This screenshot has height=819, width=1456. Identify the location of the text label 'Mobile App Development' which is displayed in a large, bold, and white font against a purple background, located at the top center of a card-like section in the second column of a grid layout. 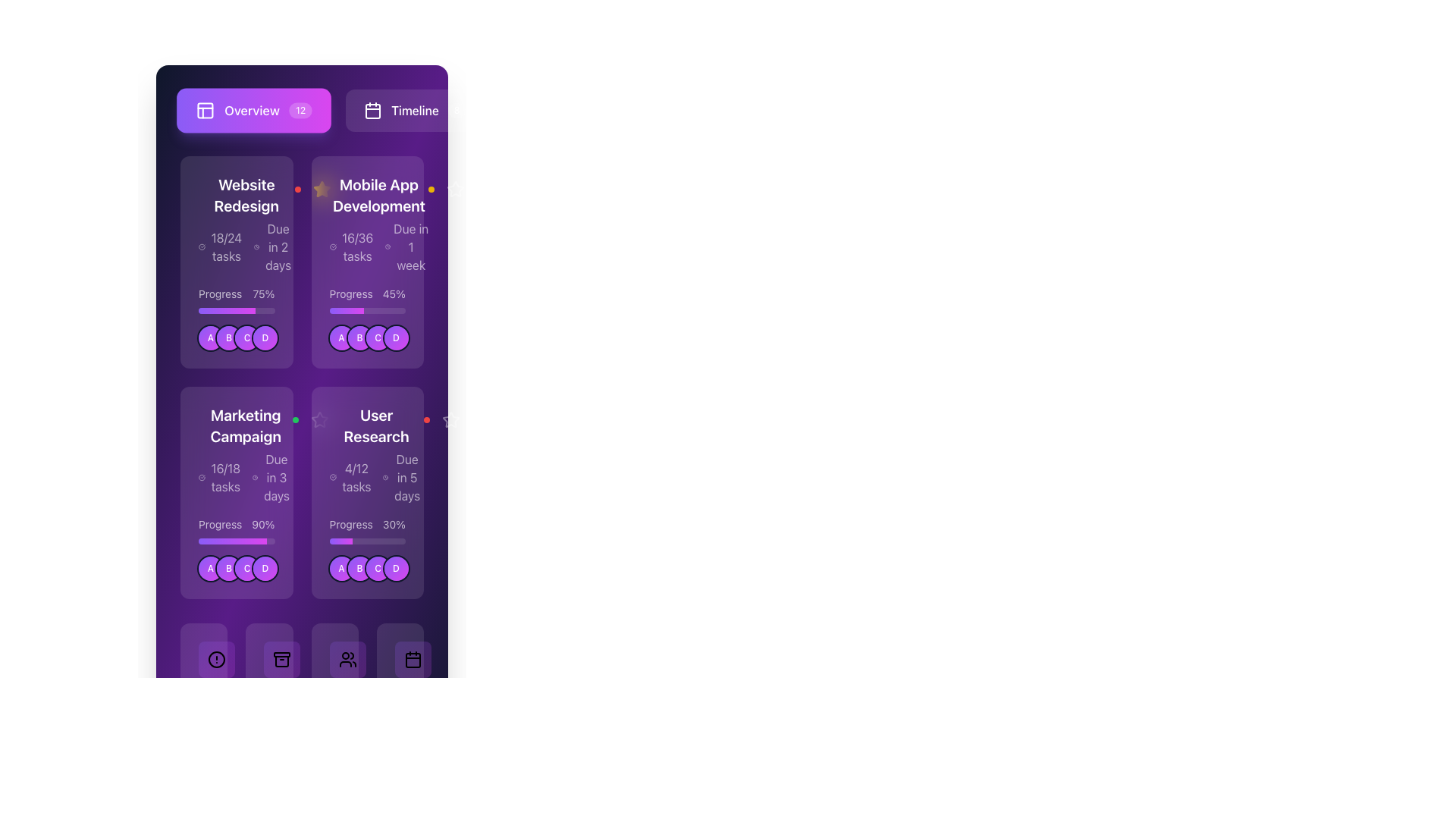
(378, 195).